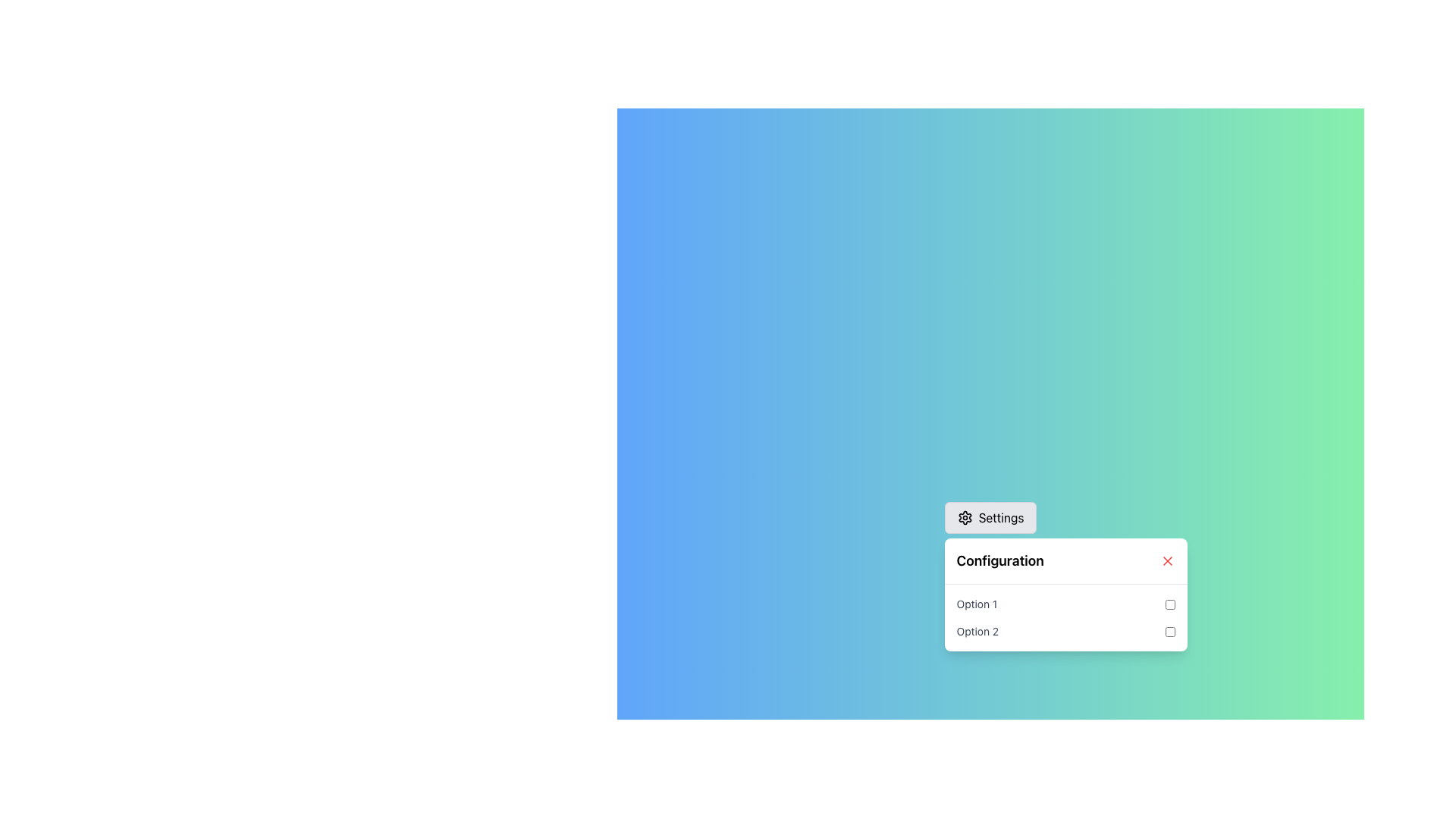  What do you see at coordinates (1000, 561) in the screenshot?
I see `the Static Text element that serves as the title or identifier for the 'Configuration' section, positioned to the left of the icon and close button` at bounding box center [1000, 561].